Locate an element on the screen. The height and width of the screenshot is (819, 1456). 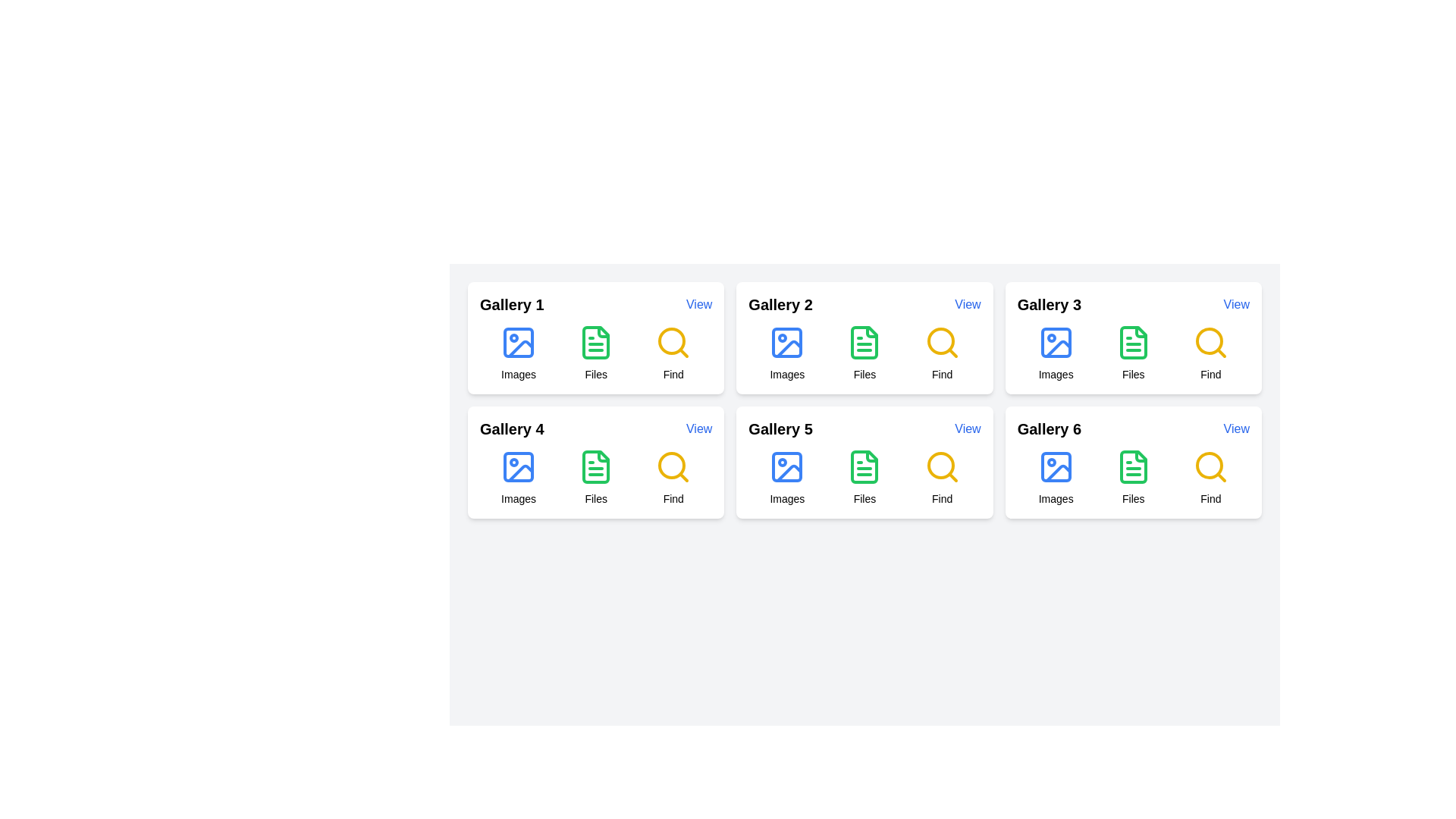
the 'Find' button, which features a yellow magnifying glass icon, to initiate a search is located at coordinates (1210, 353).